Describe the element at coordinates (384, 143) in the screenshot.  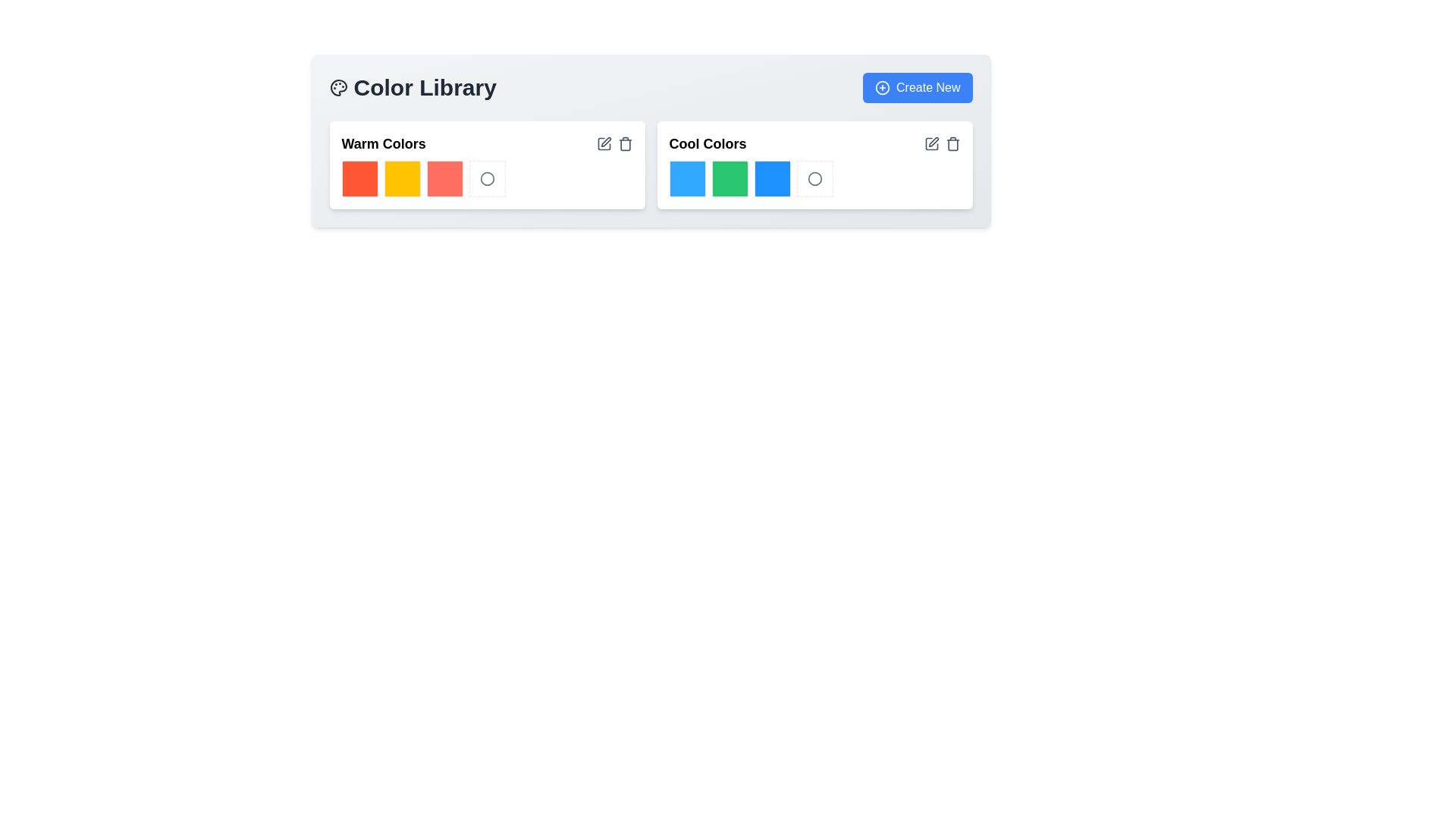
I see `the Label or Text that describes the 'Warm Colors' section, positioned in the top-left corner above the color tiles` at that location.